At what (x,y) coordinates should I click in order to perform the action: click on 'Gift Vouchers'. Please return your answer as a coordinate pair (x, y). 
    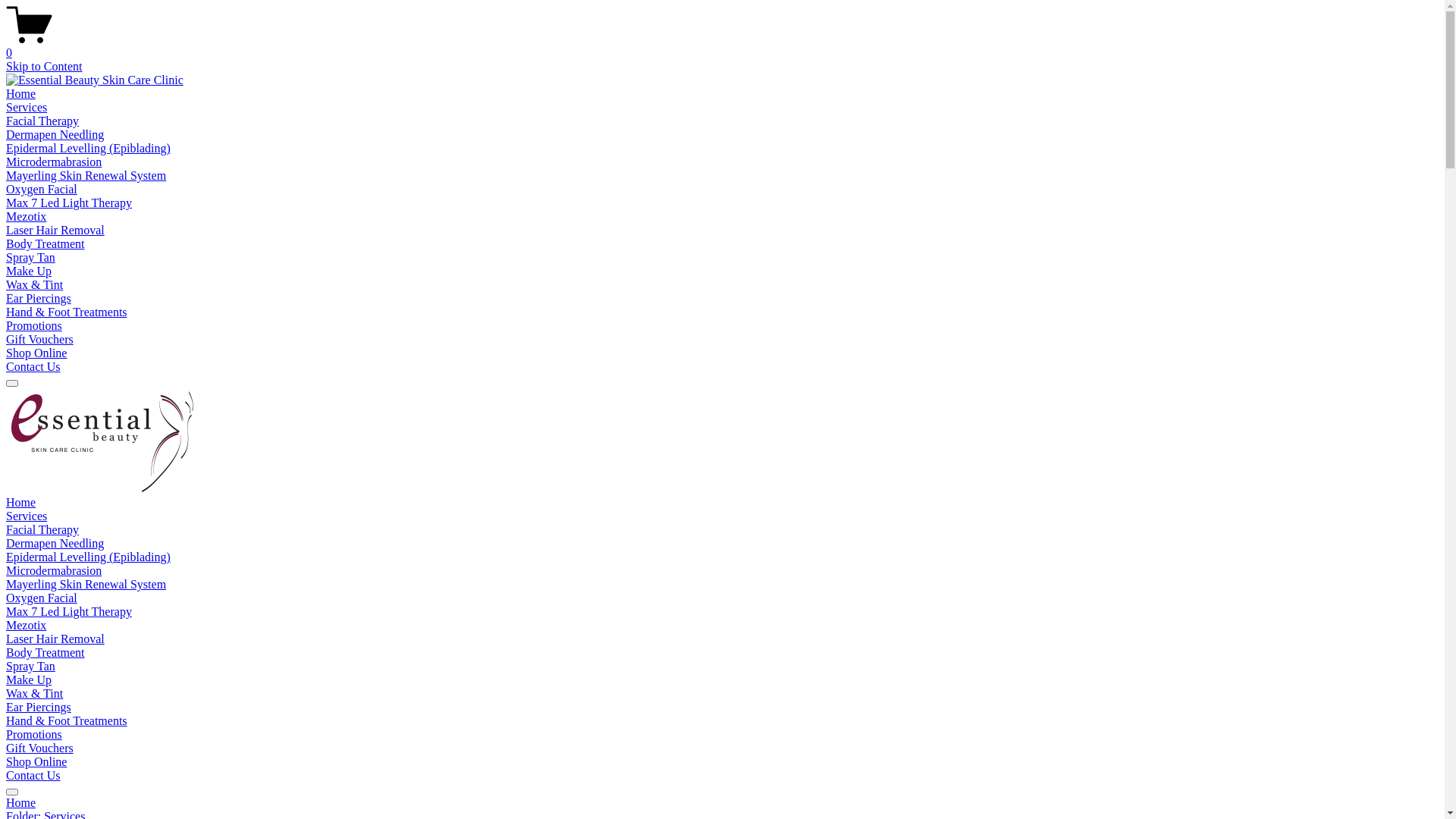
    Looking at the image, I should click on (6, 338).